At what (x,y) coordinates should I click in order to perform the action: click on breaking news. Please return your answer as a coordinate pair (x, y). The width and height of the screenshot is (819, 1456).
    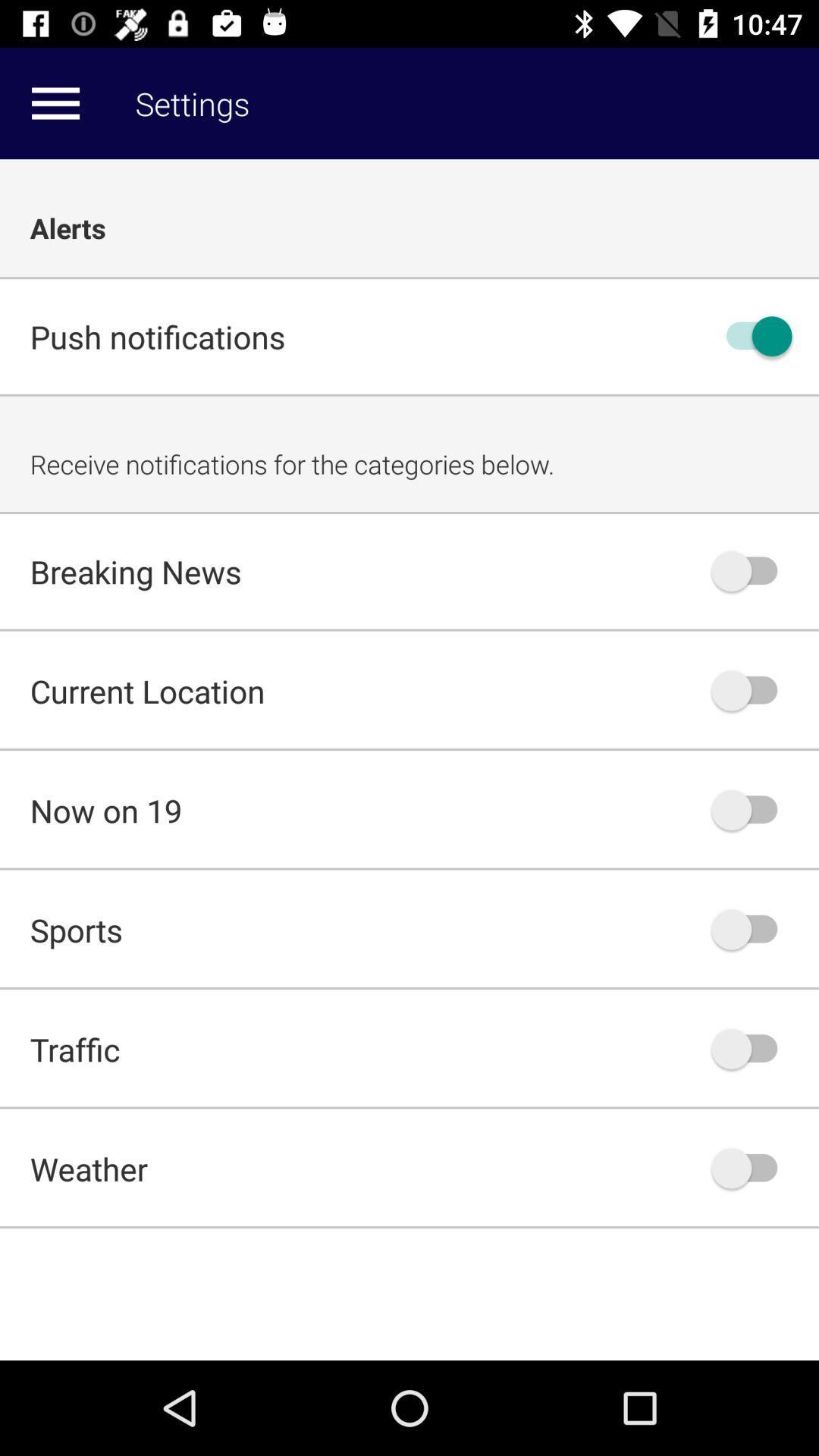
    Looking at the image, I should click on (752, 570).